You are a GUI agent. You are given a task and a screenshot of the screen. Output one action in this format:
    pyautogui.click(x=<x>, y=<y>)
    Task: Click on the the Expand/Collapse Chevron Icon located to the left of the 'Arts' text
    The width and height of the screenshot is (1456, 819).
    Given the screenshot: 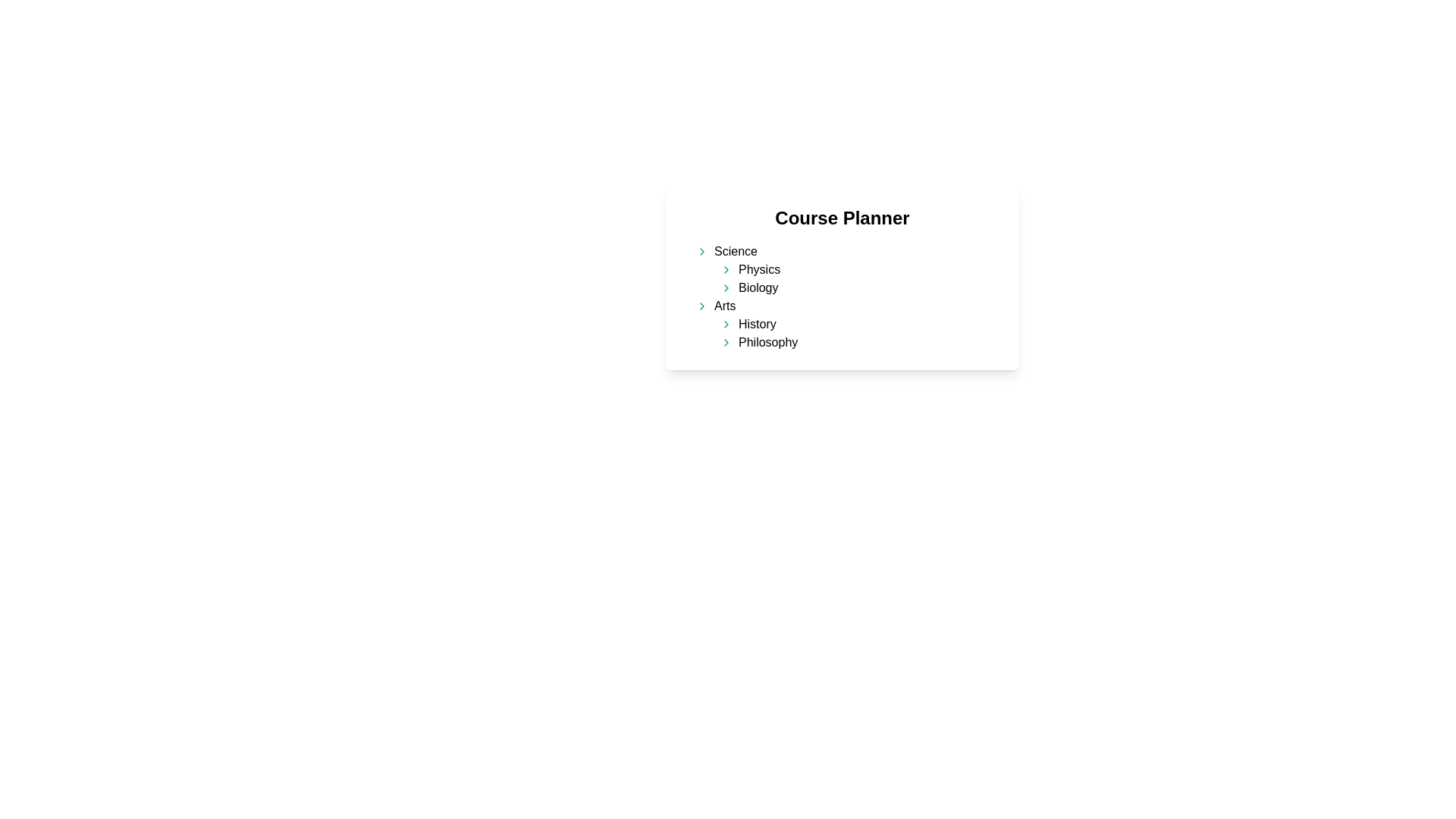 What is the action you would take?
    pyautogui.click(x=701, y=306)
    